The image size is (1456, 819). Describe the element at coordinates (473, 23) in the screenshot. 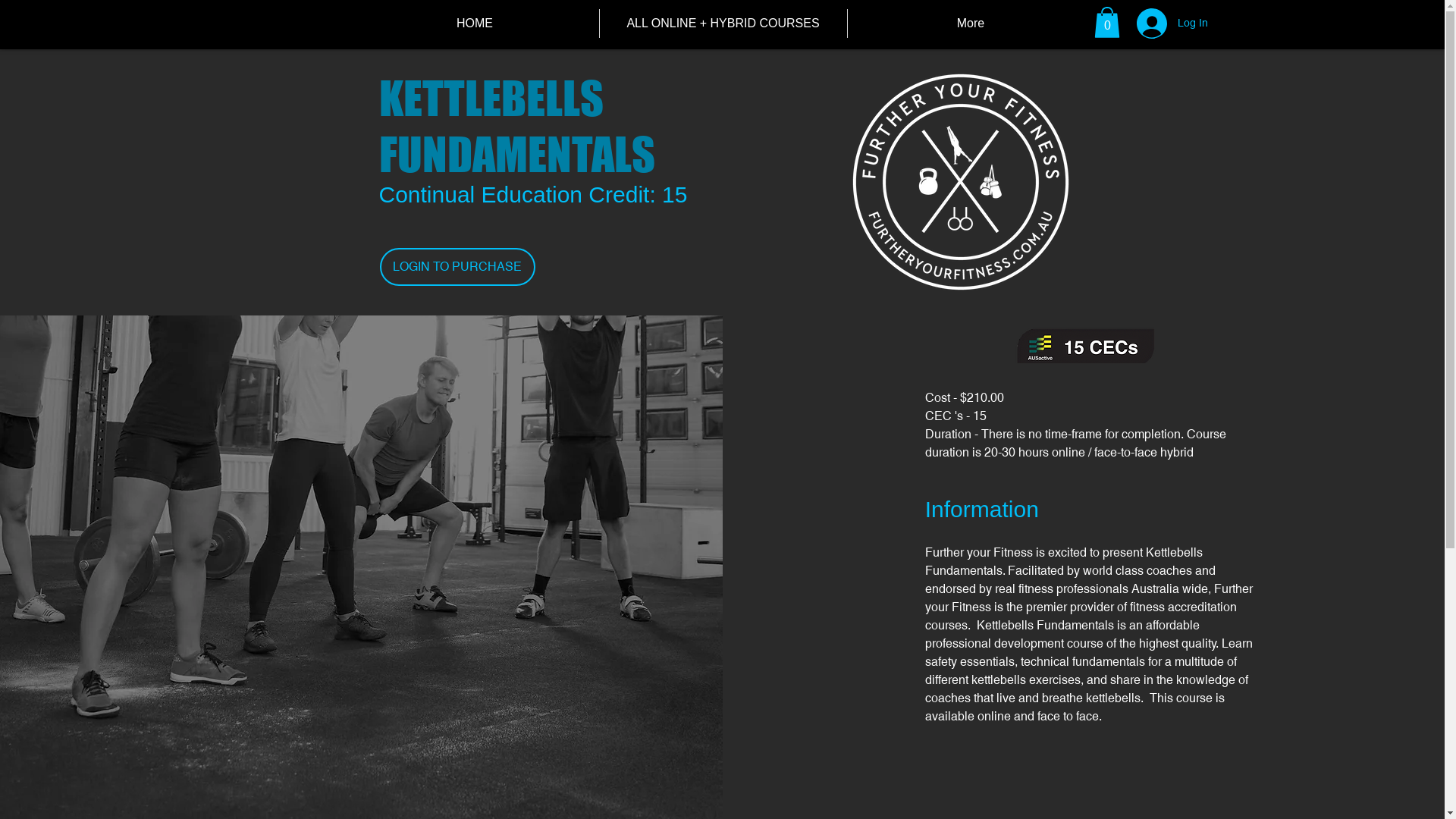

I see `'HOME'` at that location.